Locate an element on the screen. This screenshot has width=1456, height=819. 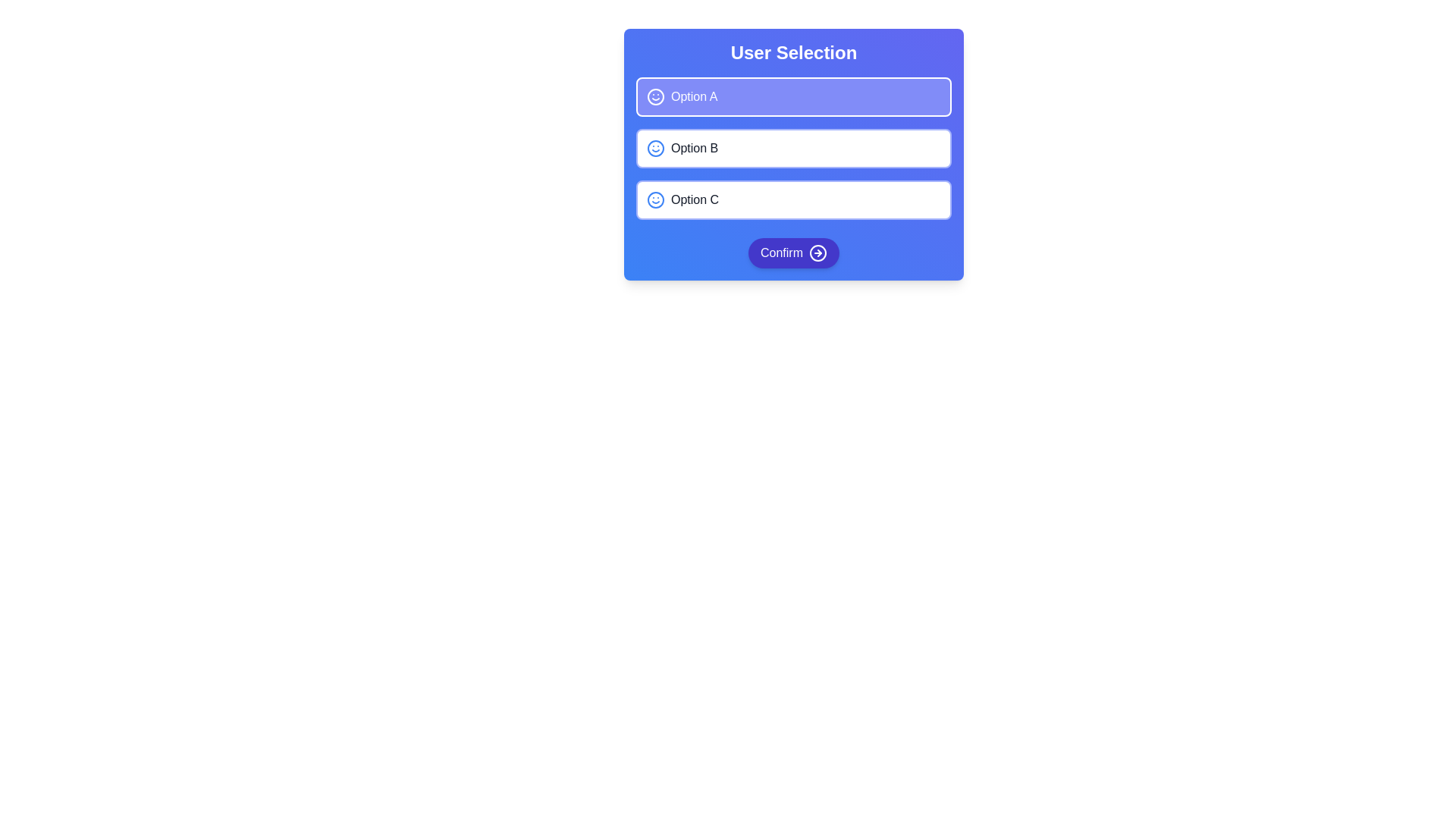
the third selectable list item labeled 'Option C' with a smiling face emoji is located at coordinates (792, 199).